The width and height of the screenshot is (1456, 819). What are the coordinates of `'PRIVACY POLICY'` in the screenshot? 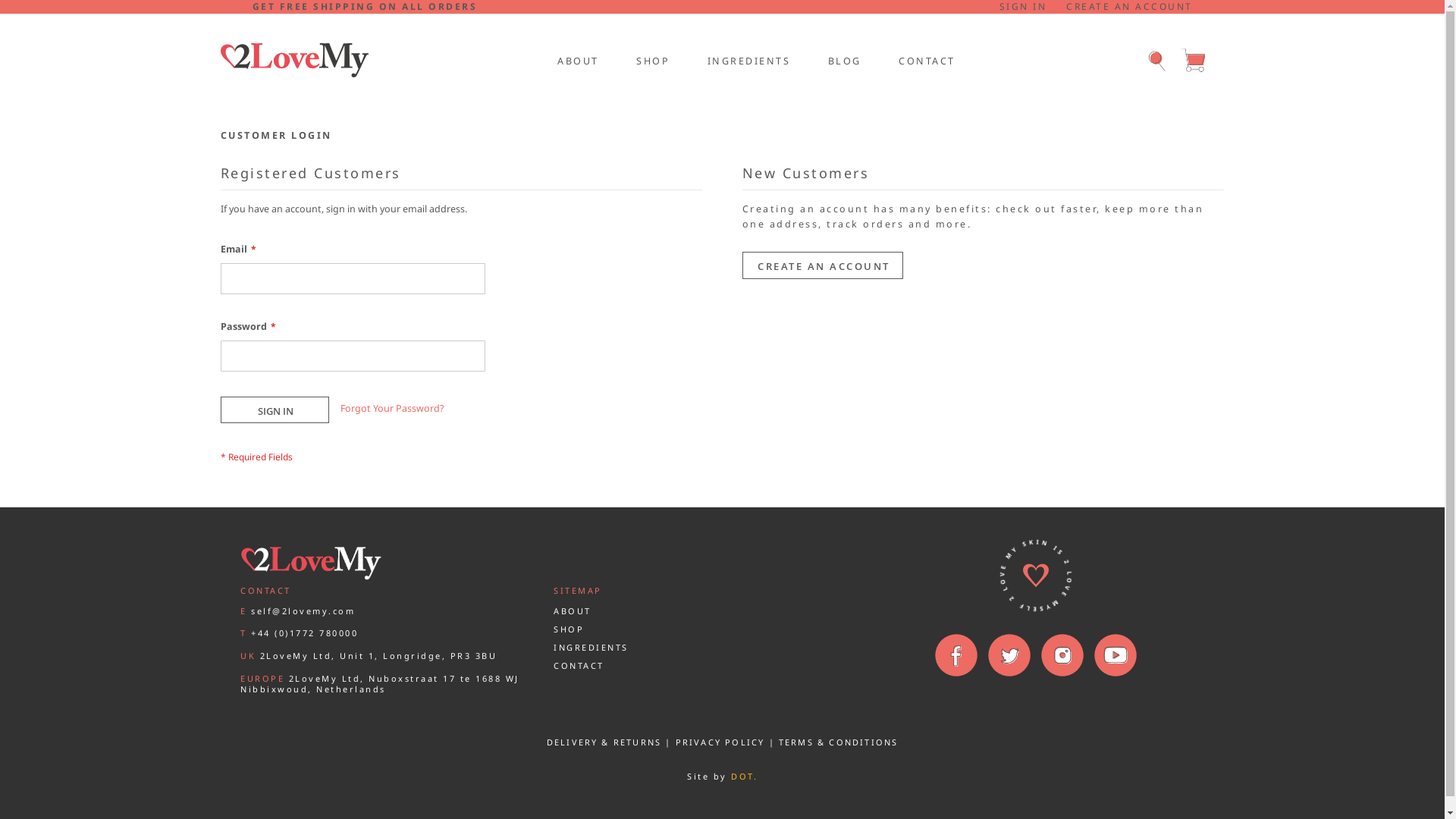 It's located at (720, 741).